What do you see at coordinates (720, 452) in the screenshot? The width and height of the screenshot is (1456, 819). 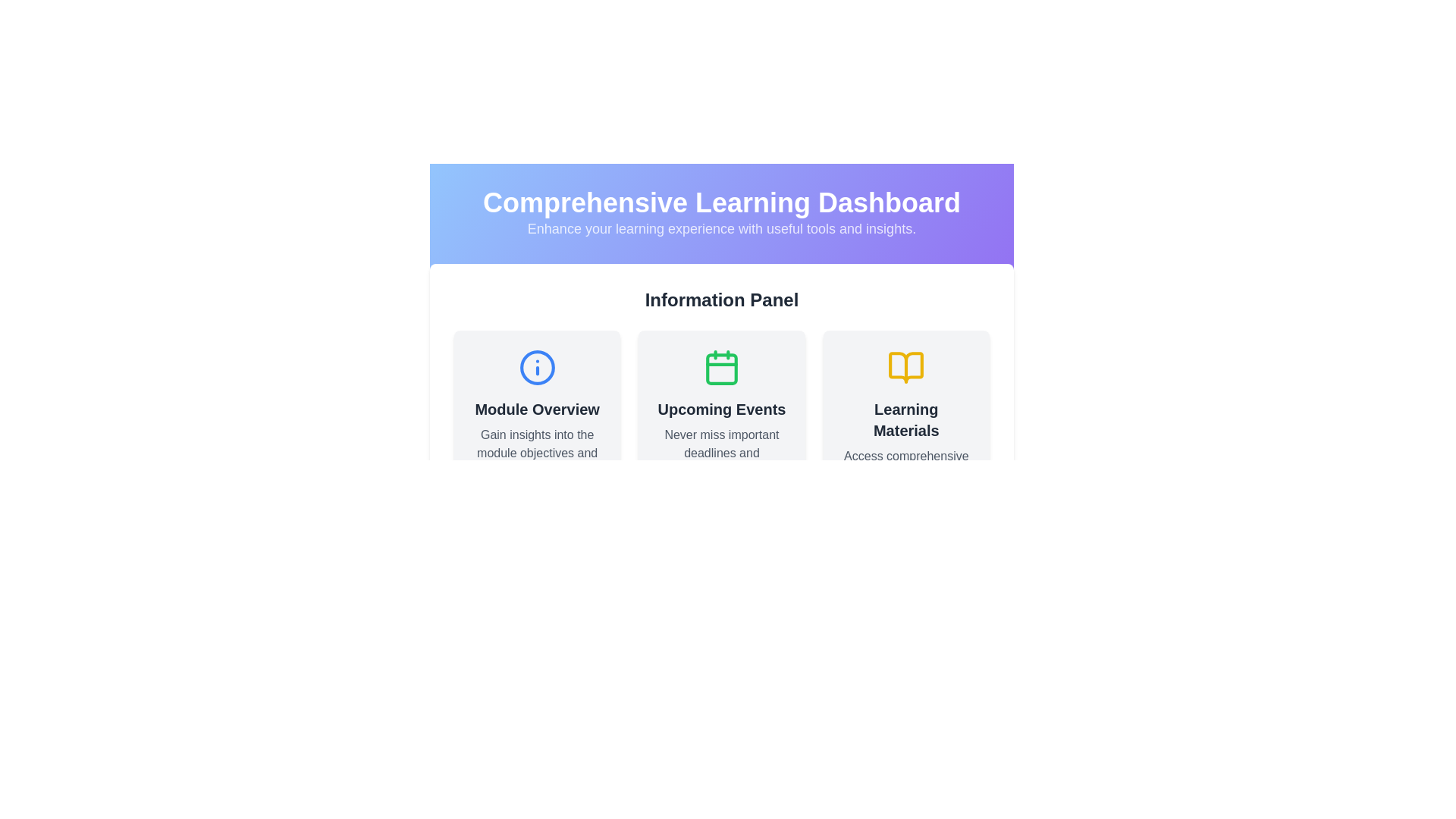 I see `descriptive subtitle text label located under the 'Upcoming Events' section in the center column of the layout` at bounding box center [720, 452].